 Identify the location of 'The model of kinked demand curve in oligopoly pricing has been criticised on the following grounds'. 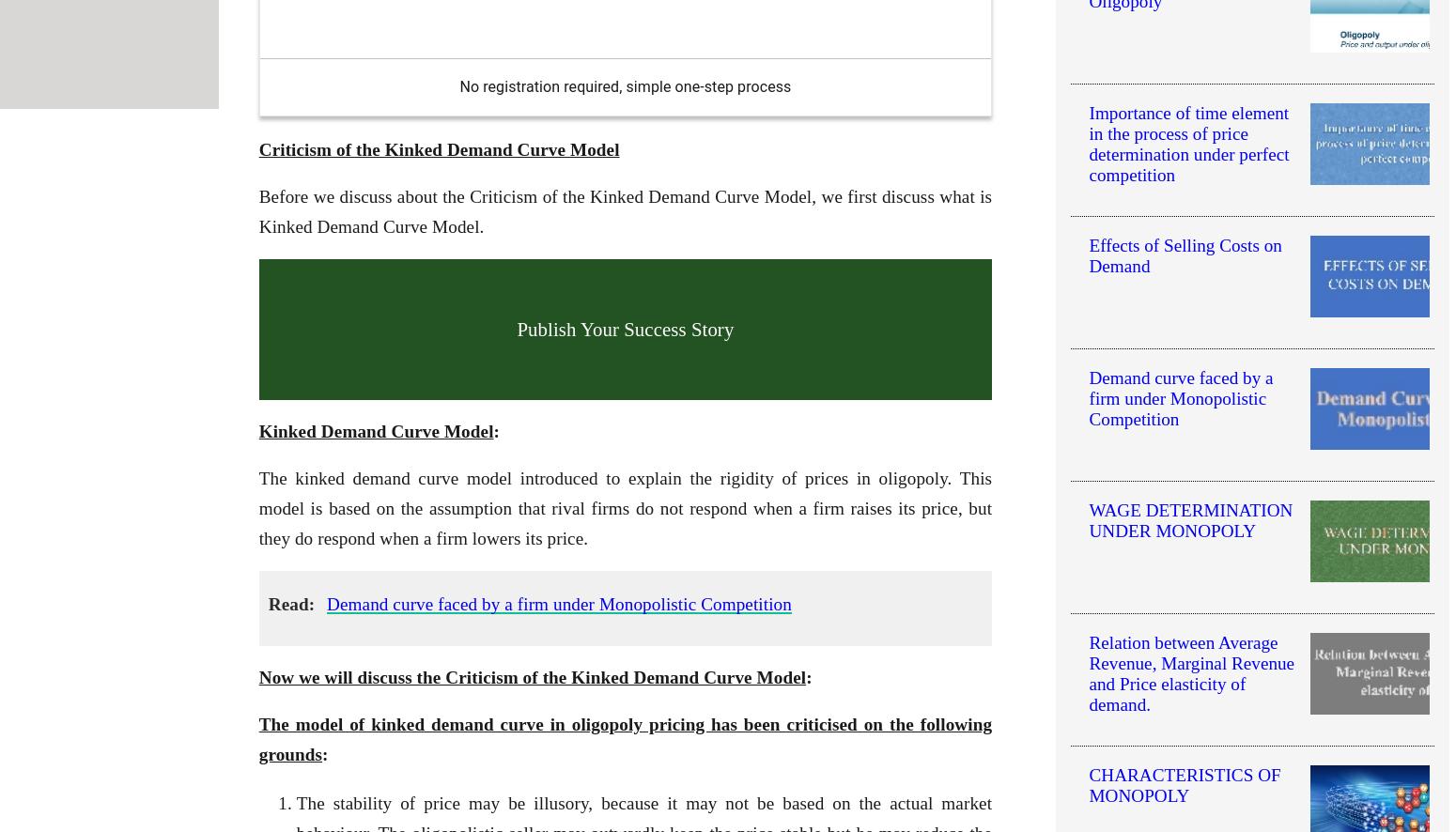
(257, 738).